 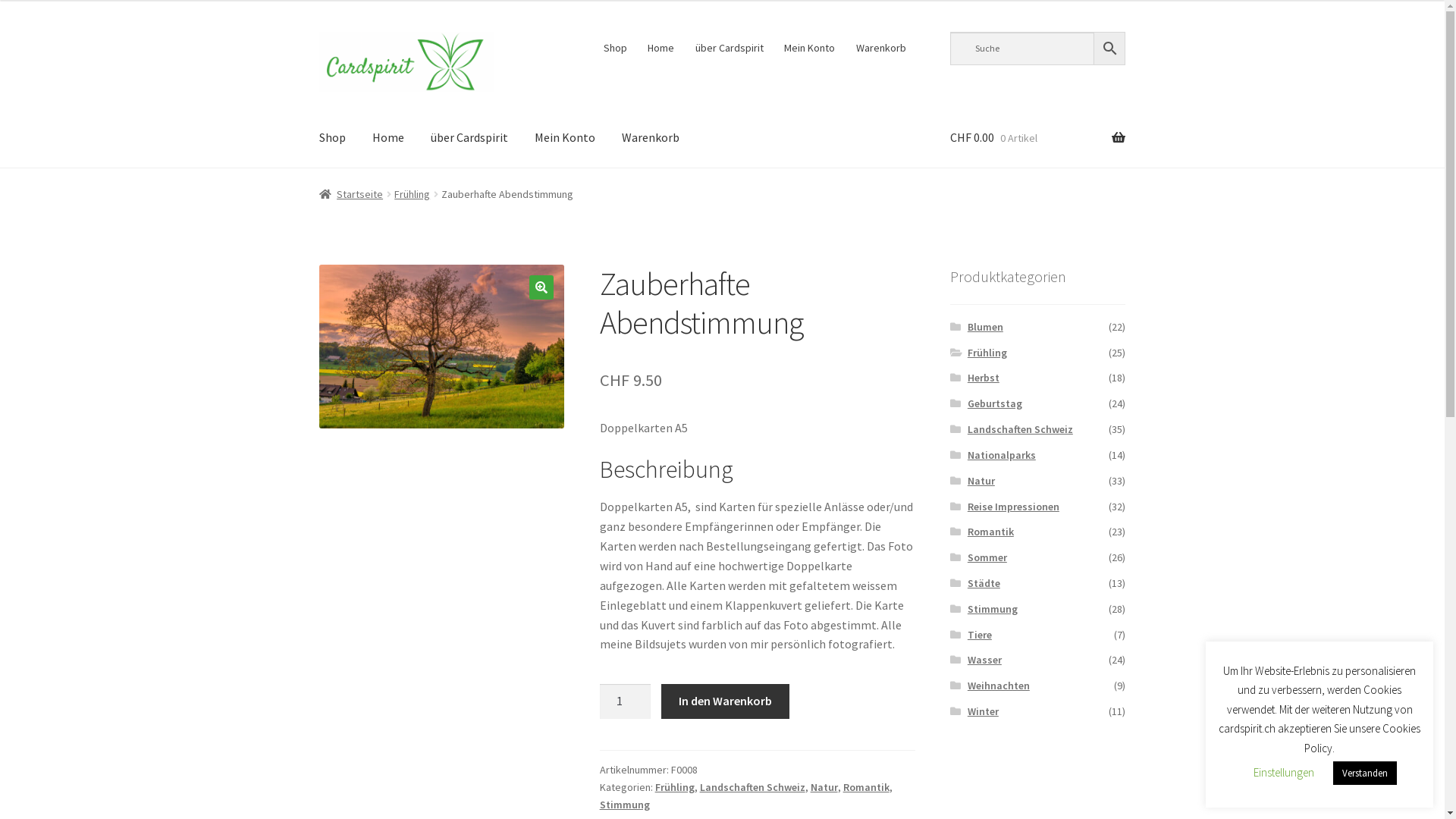 What do you see at coordinates (1013, 506) in the screenshot?
I see `'Reise Impressionen'` at bounding box center [1013, 506].